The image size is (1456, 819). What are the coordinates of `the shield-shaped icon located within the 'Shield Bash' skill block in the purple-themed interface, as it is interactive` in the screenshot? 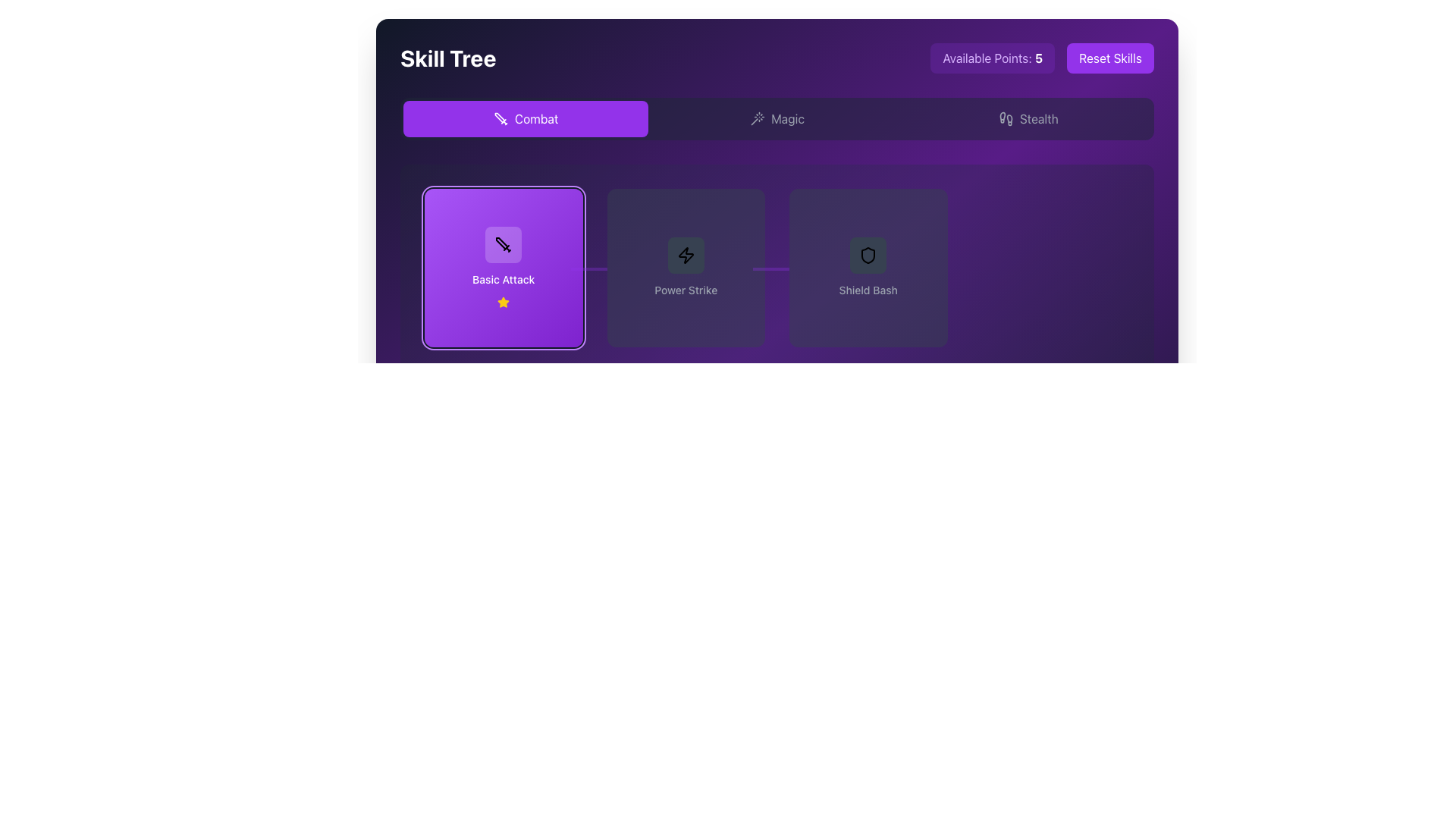 It's located at (868, 255).